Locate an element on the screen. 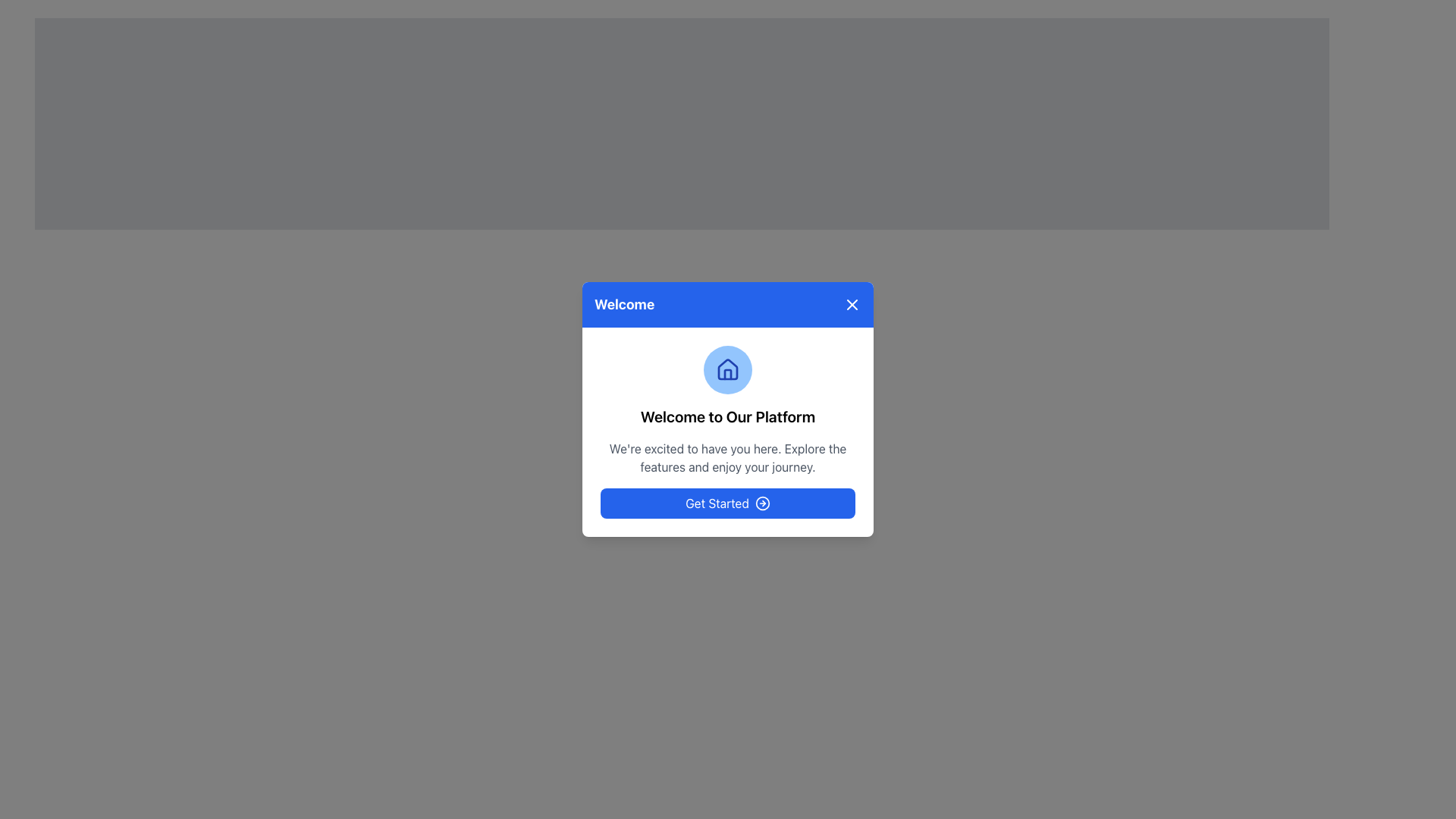 The height and width of the screenshot is (819, 1456). the house icon with a blue outline located in the top section of the 'Welcome' modal dialog is located at coordinates (728, 370).